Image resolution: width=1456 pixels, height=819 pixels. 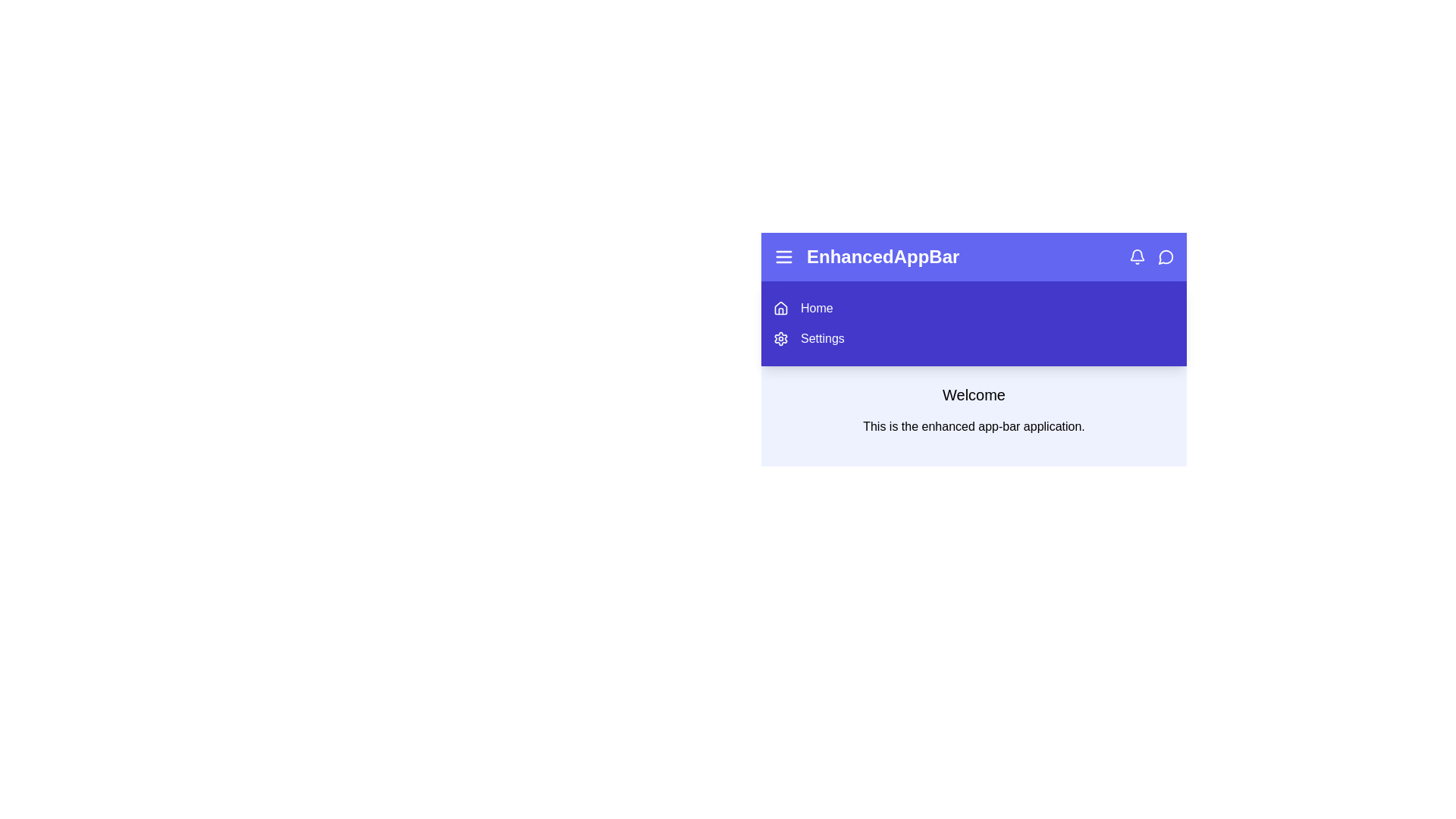 What do you see at coordinates (781, 338) in the screenshot?
I see `the 'Settings' option in the sidebar menu` at bounding box center [781, 338].